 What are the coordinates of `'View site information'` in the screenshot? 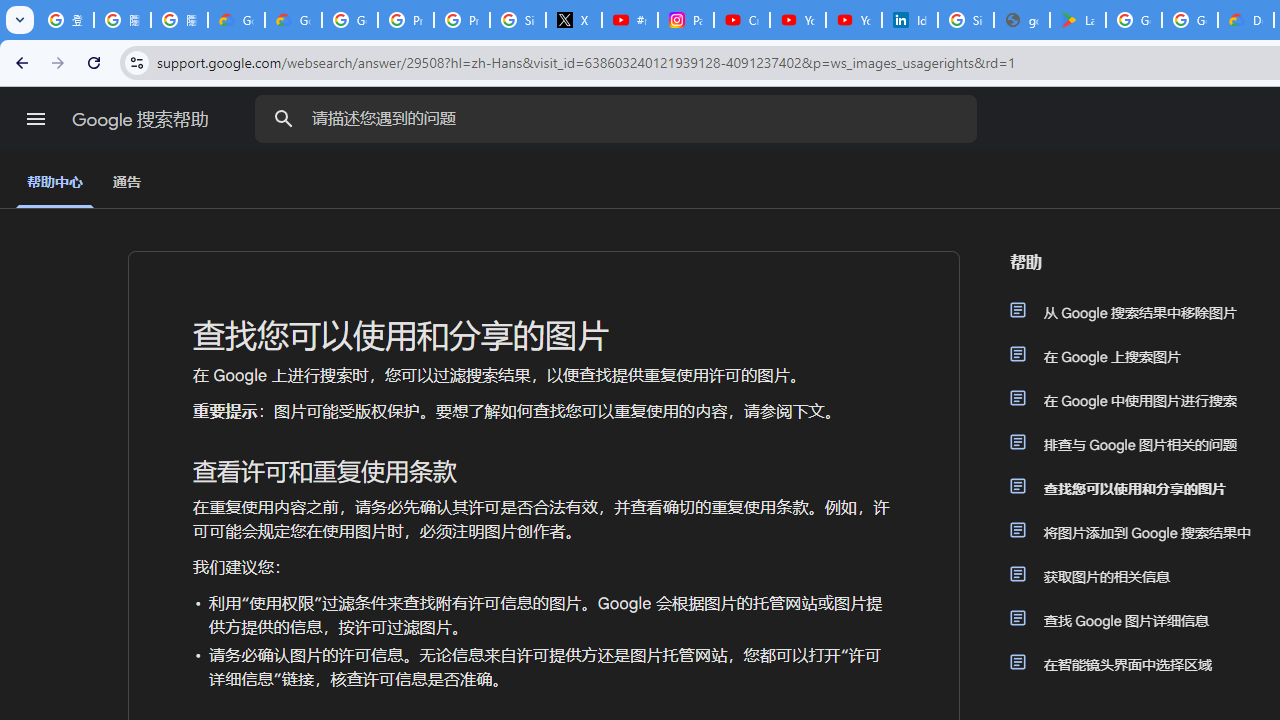 It's located at (135, 61).